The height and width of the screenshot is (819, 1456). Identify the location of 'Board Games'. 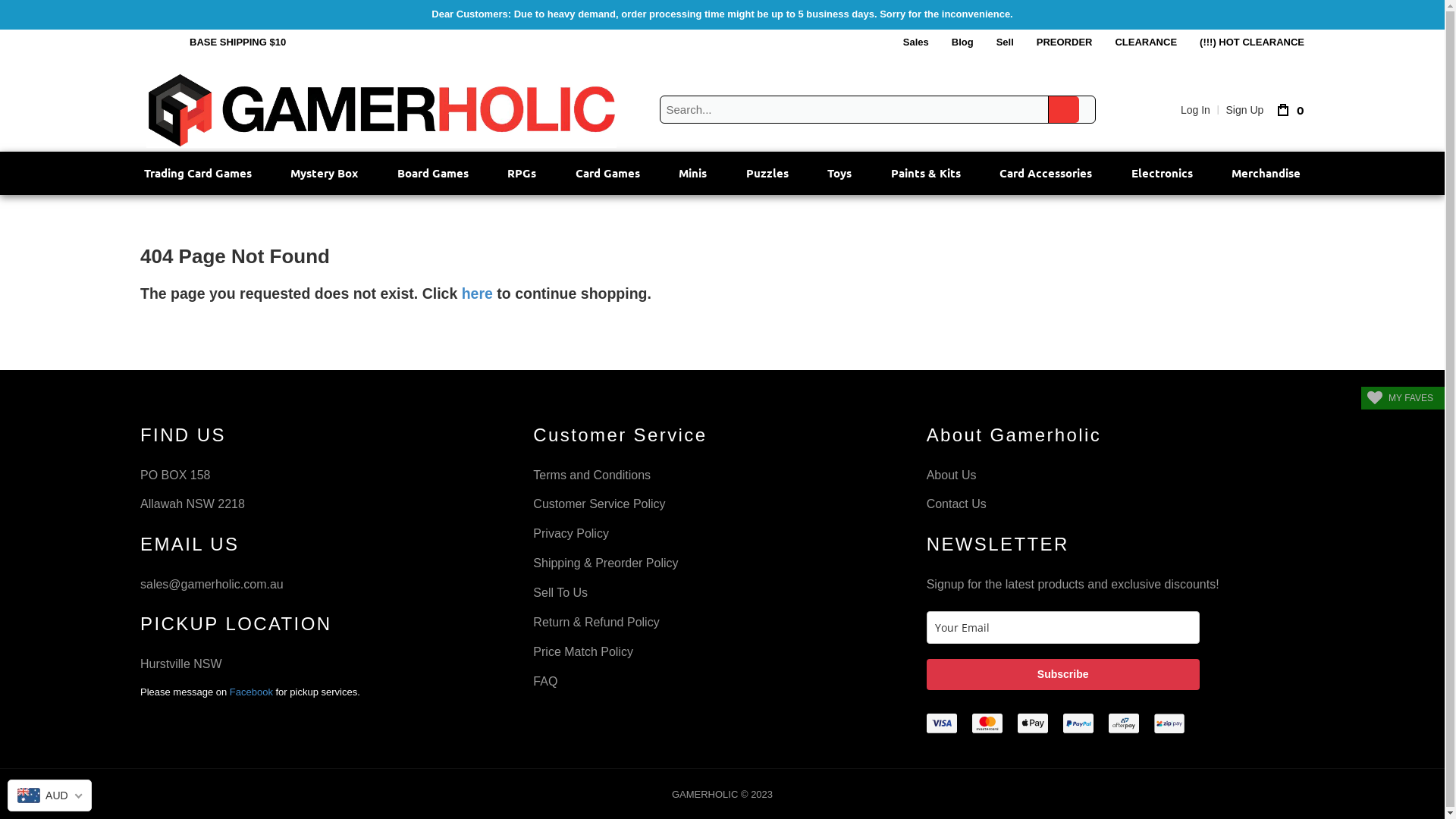
(432, 172).